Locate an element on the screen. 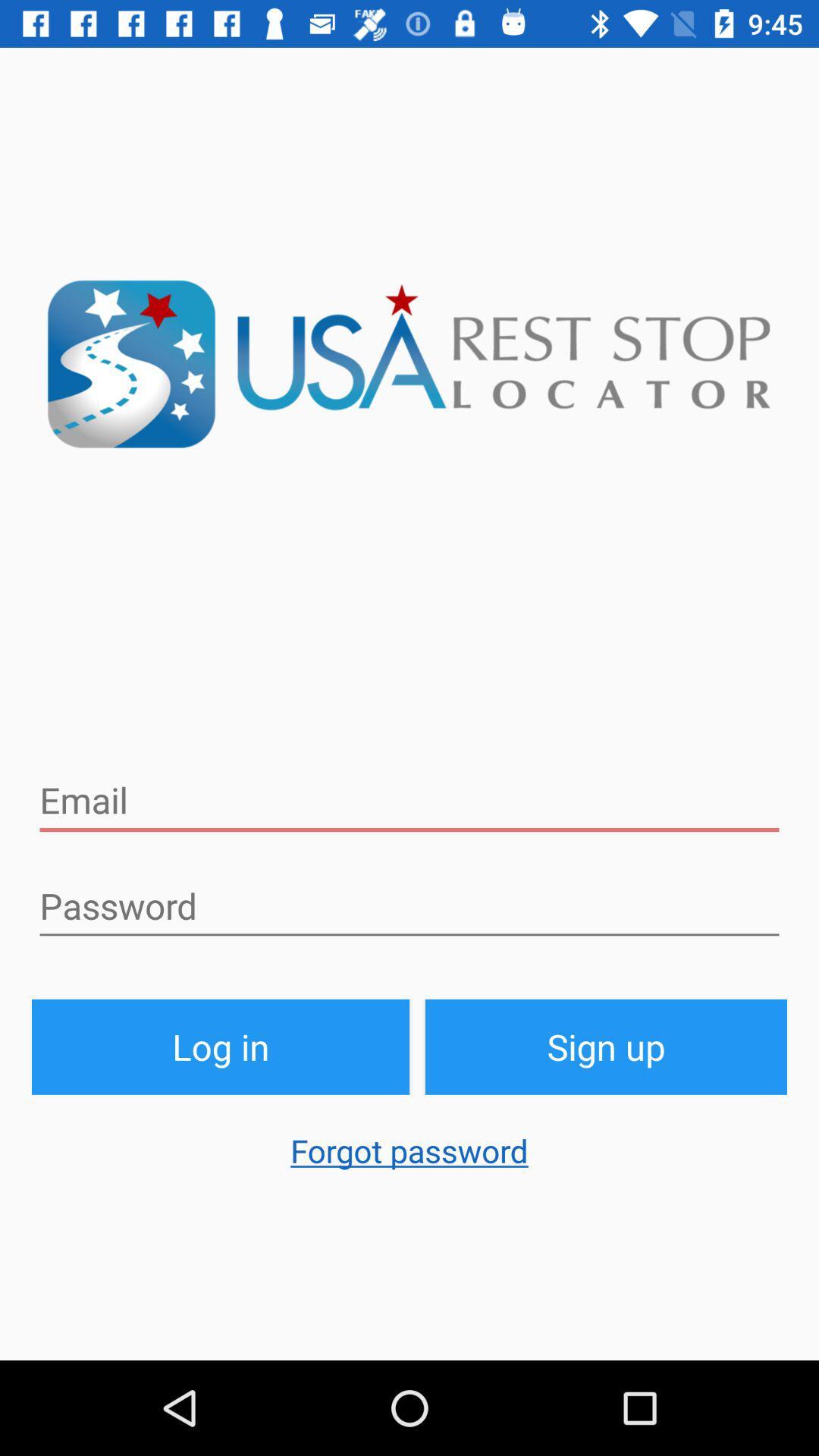  email is located at coordinates (409, 800).